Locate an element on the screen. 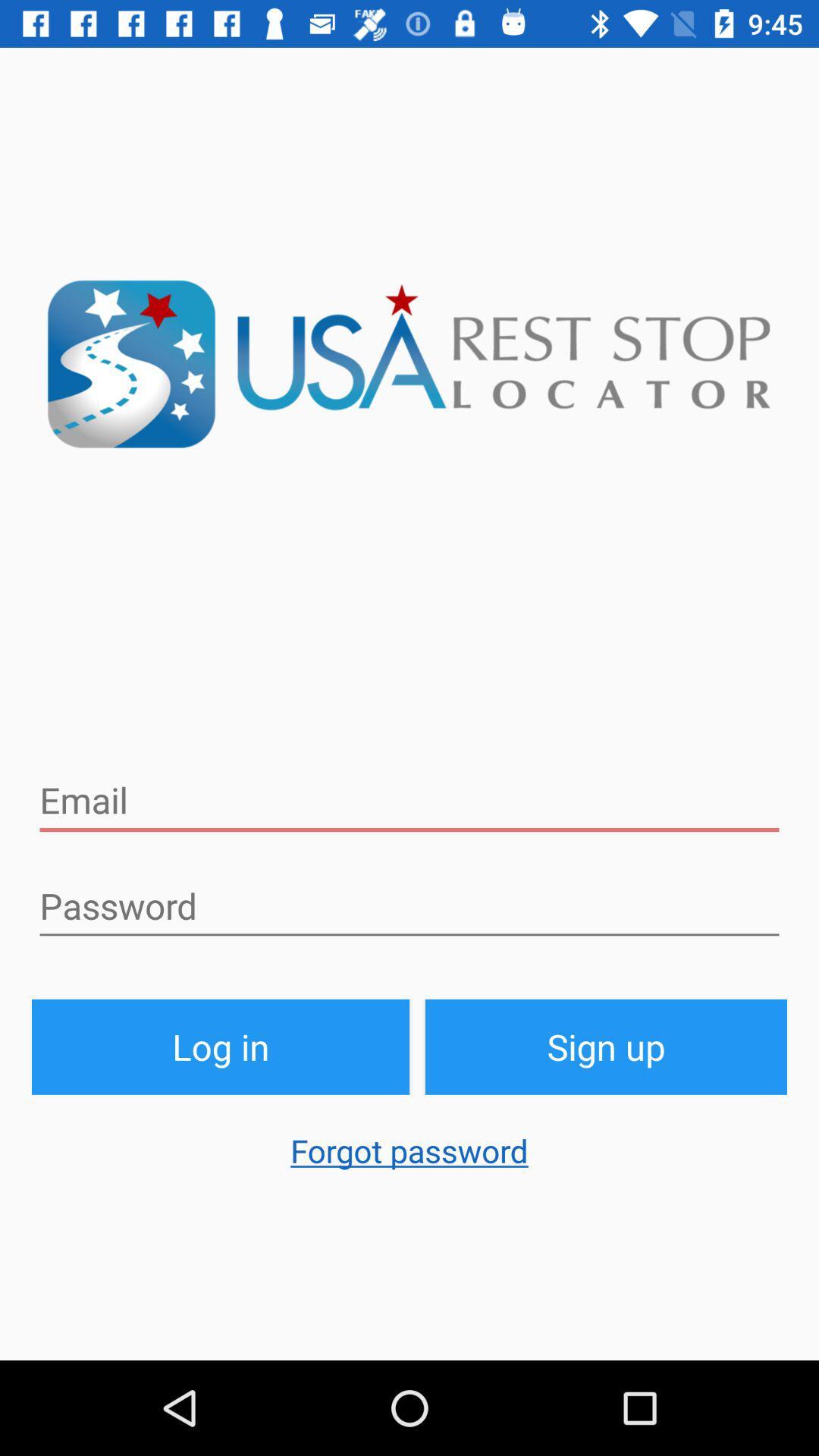  email is located at coordinates (409, 800).